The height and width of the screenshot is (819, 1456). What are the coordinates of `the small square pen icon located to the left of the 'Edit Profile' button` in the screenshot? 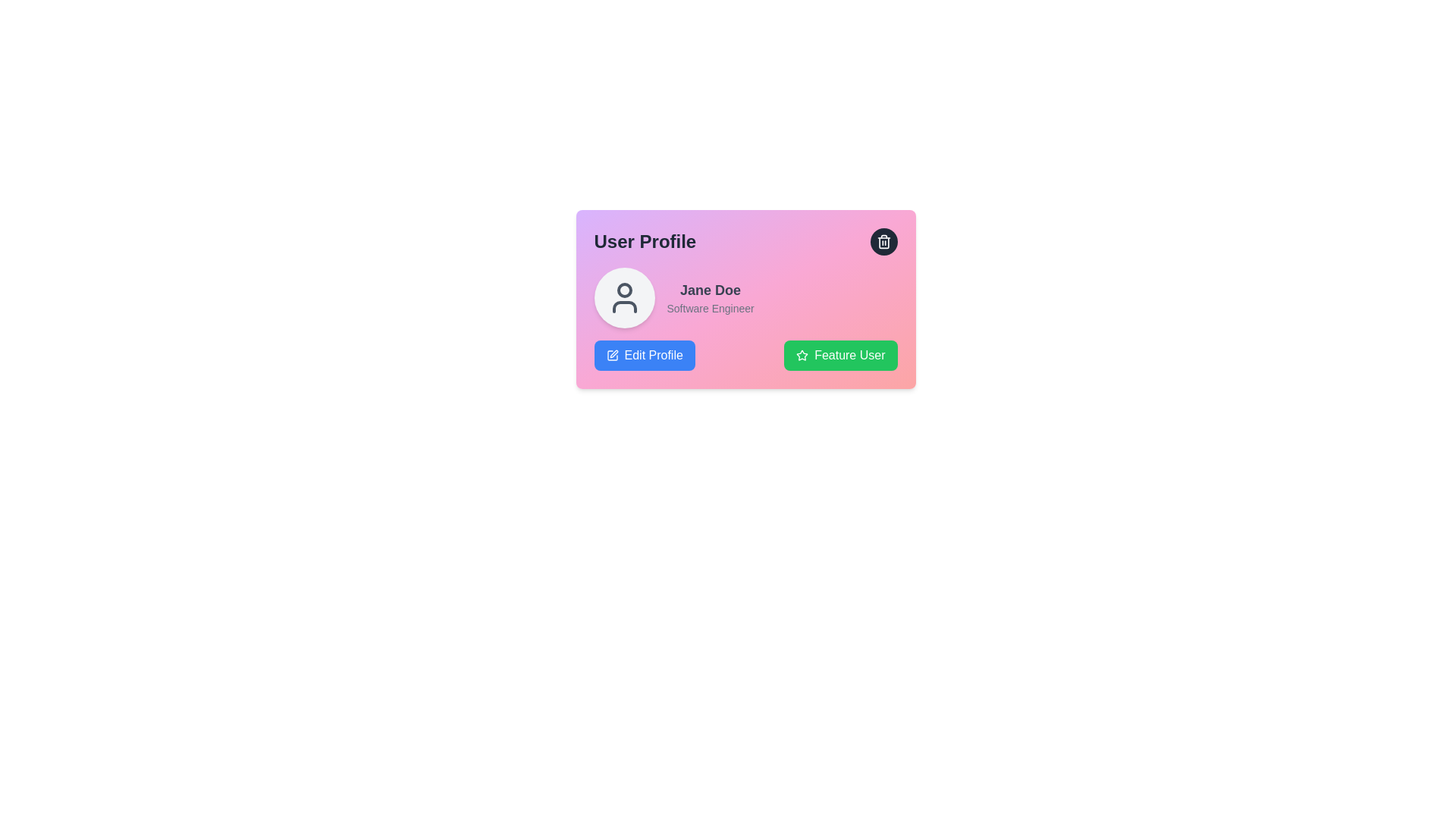 It's located at (612, 356).